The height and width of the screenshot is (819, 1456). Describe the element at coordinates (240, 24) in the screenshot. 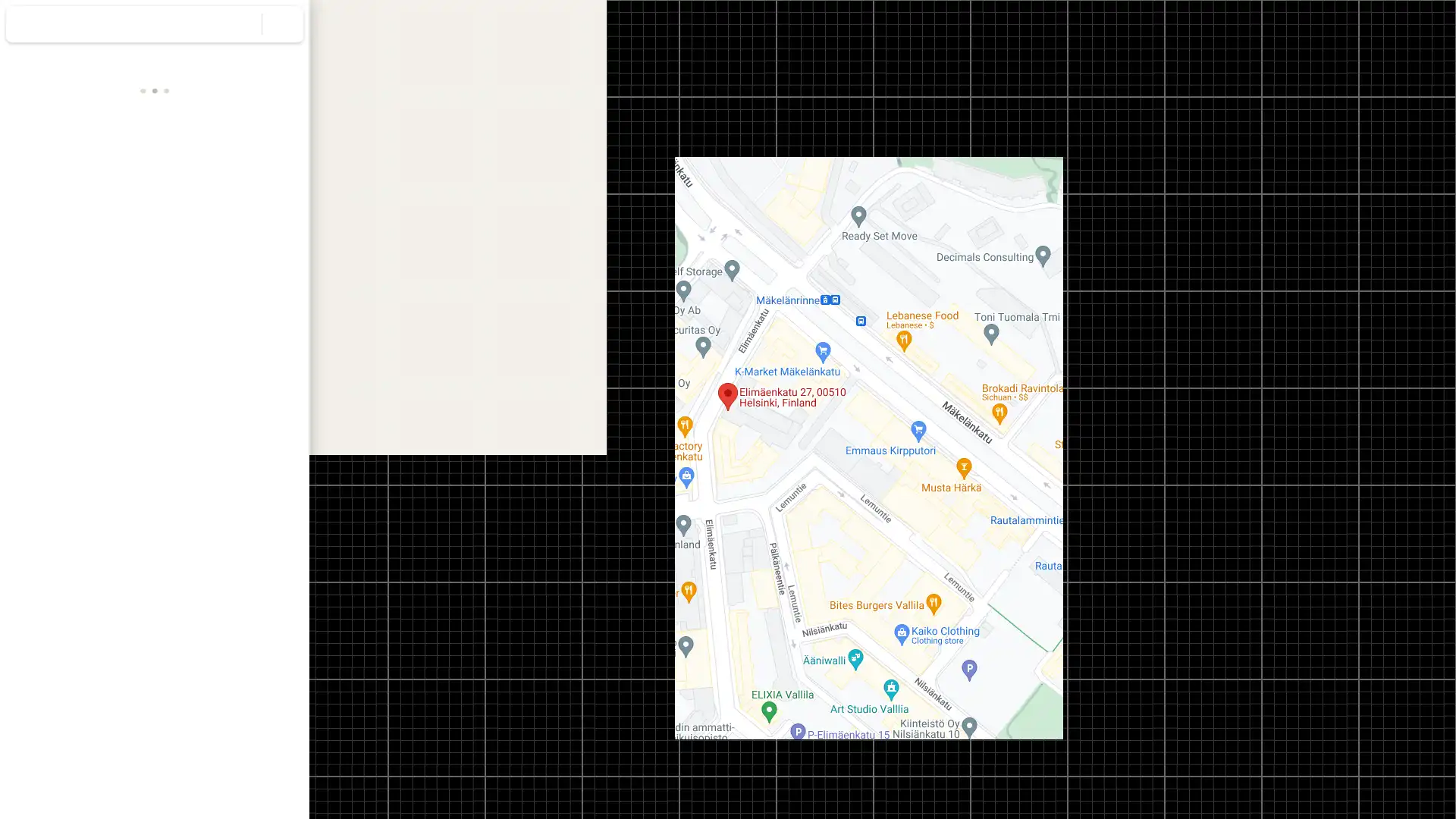

I see `Search` at that location.